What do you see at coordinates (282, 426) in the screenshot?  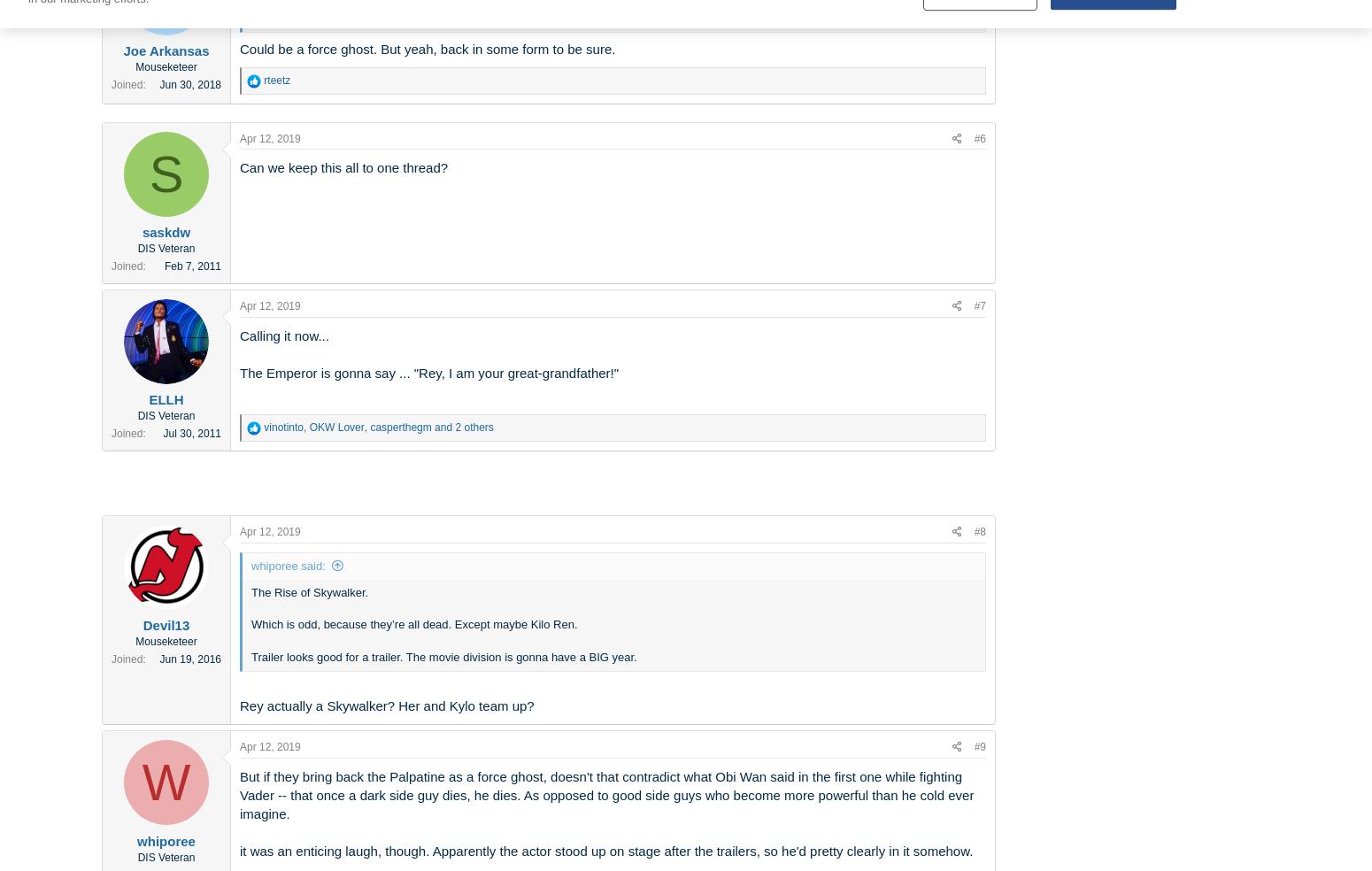 I see `'vinotinto'` at bounding box center [282, 426].